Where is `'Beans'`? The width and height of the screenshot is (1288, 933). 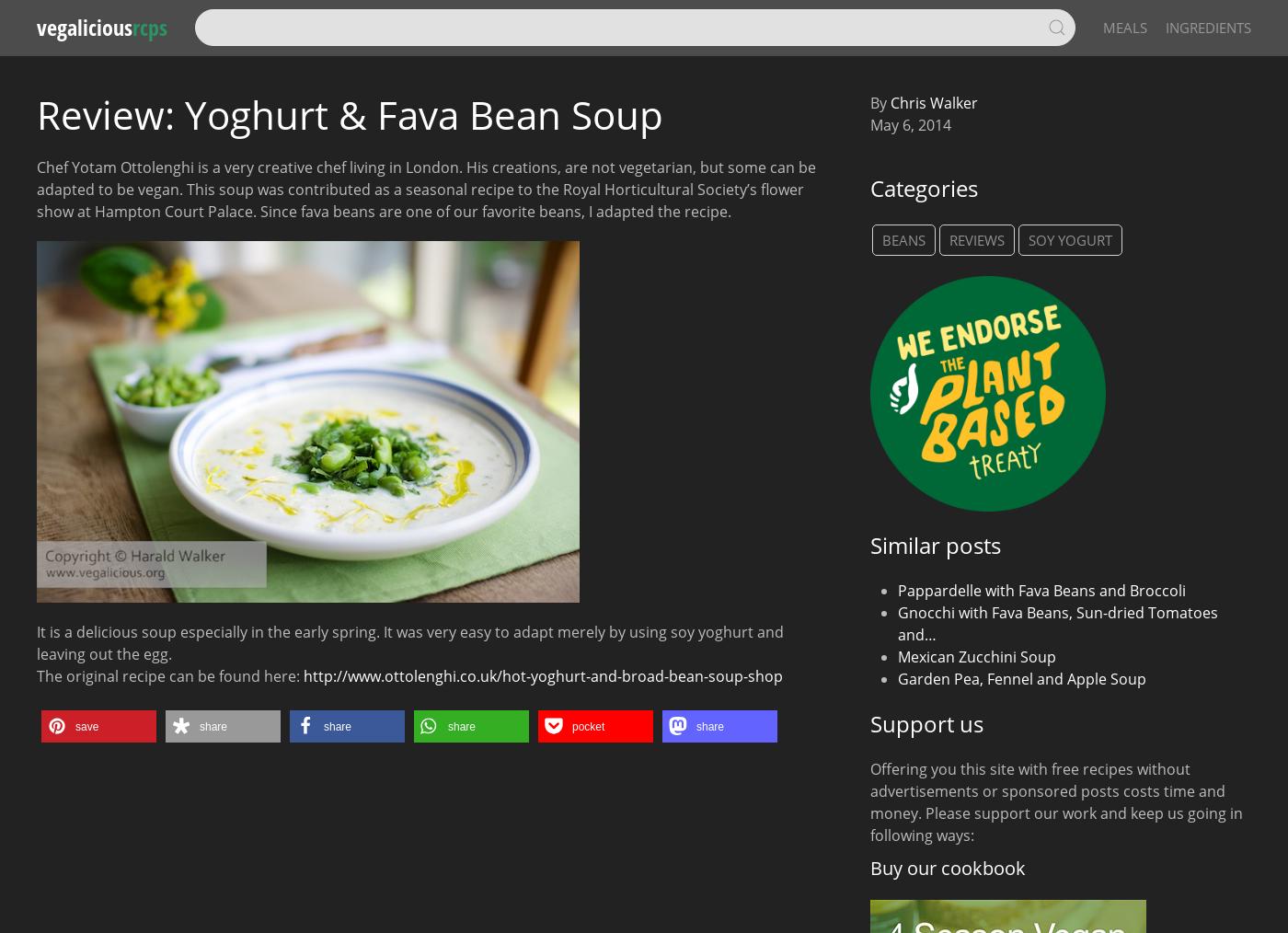
'Beans' is located at coordinates (903, 238).